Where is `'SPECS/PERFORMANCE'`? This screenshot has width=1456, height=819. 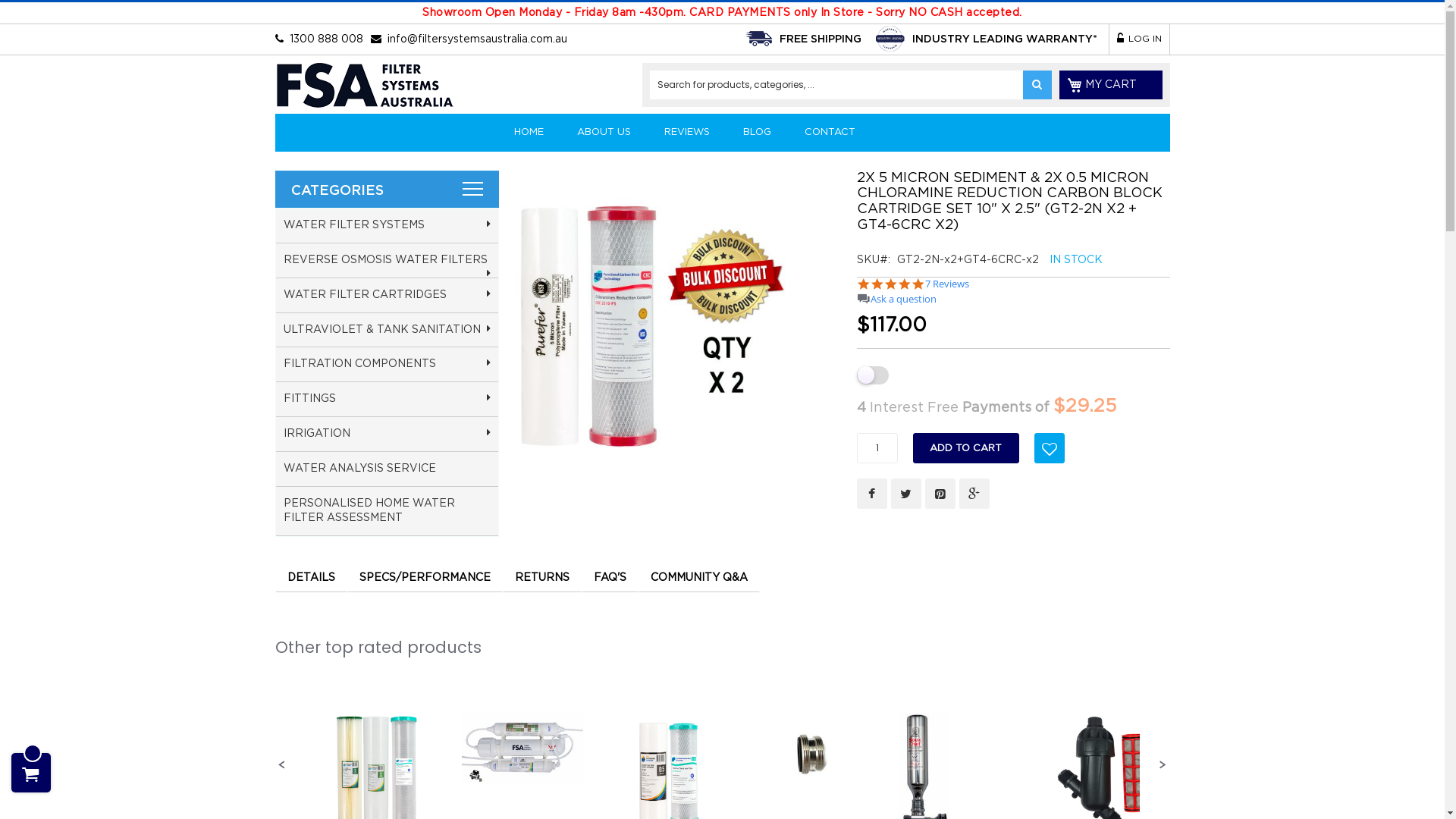
'SPECS/PERFORMANCE' is located at coordinates (425, 576).